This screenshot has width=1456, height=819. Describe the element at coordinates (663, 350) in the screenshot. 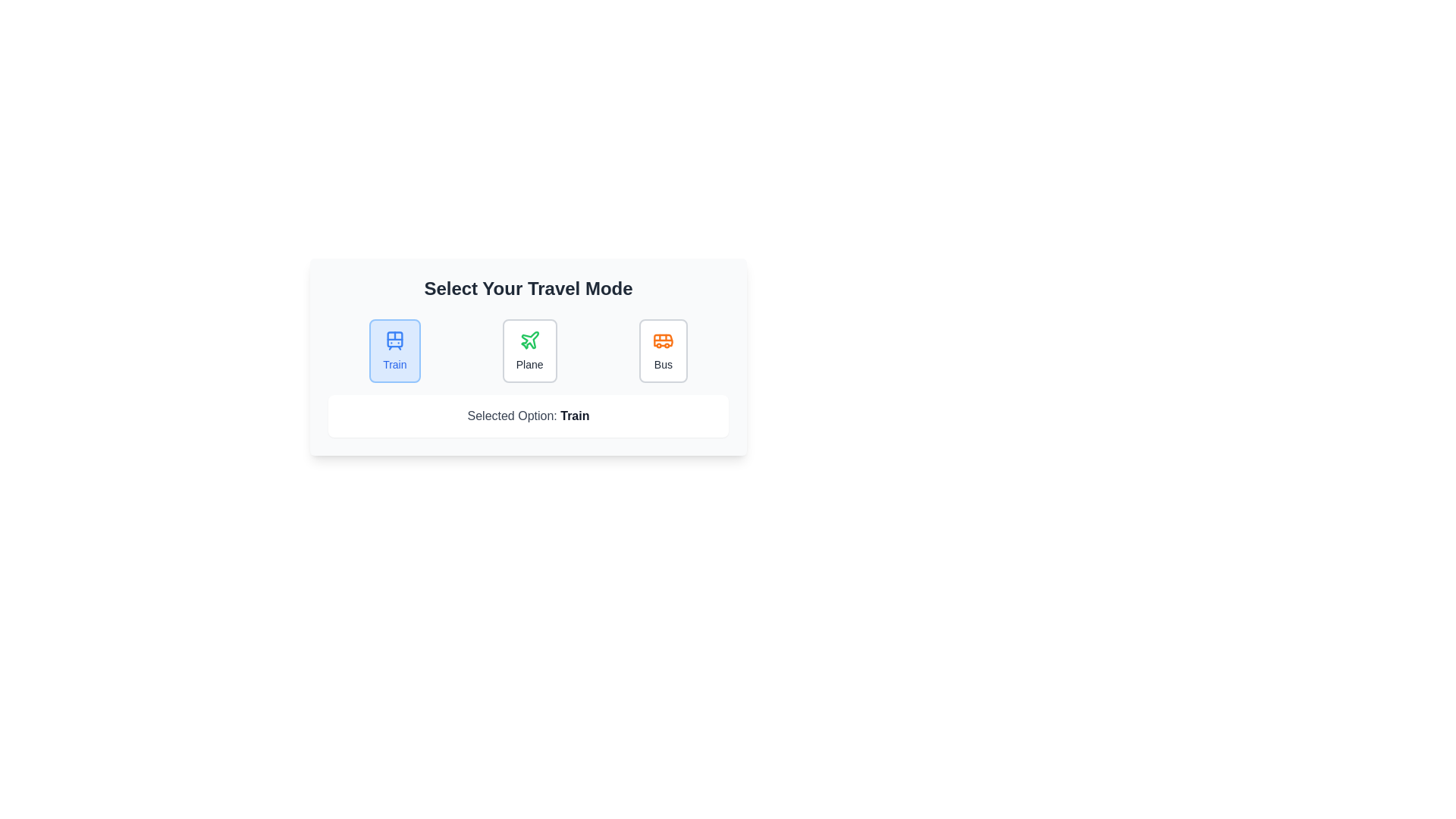

I see `the rectangular button with a bus icon in orange and the word 'Bus' in black` at that location.